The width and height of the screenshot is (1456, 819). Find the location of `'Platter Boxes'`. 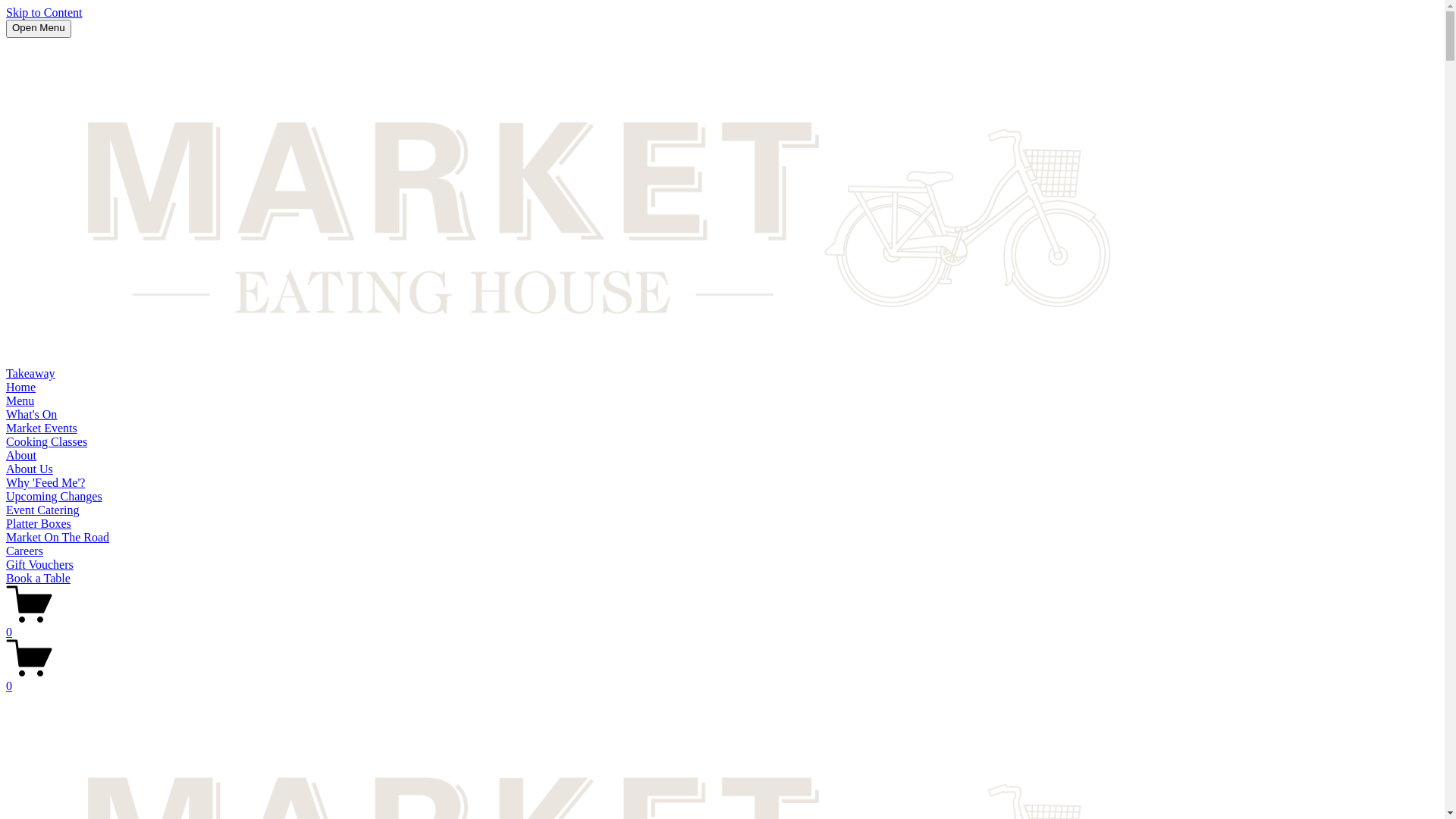

'Platter Boxes' is located at coordinates (39, 522).